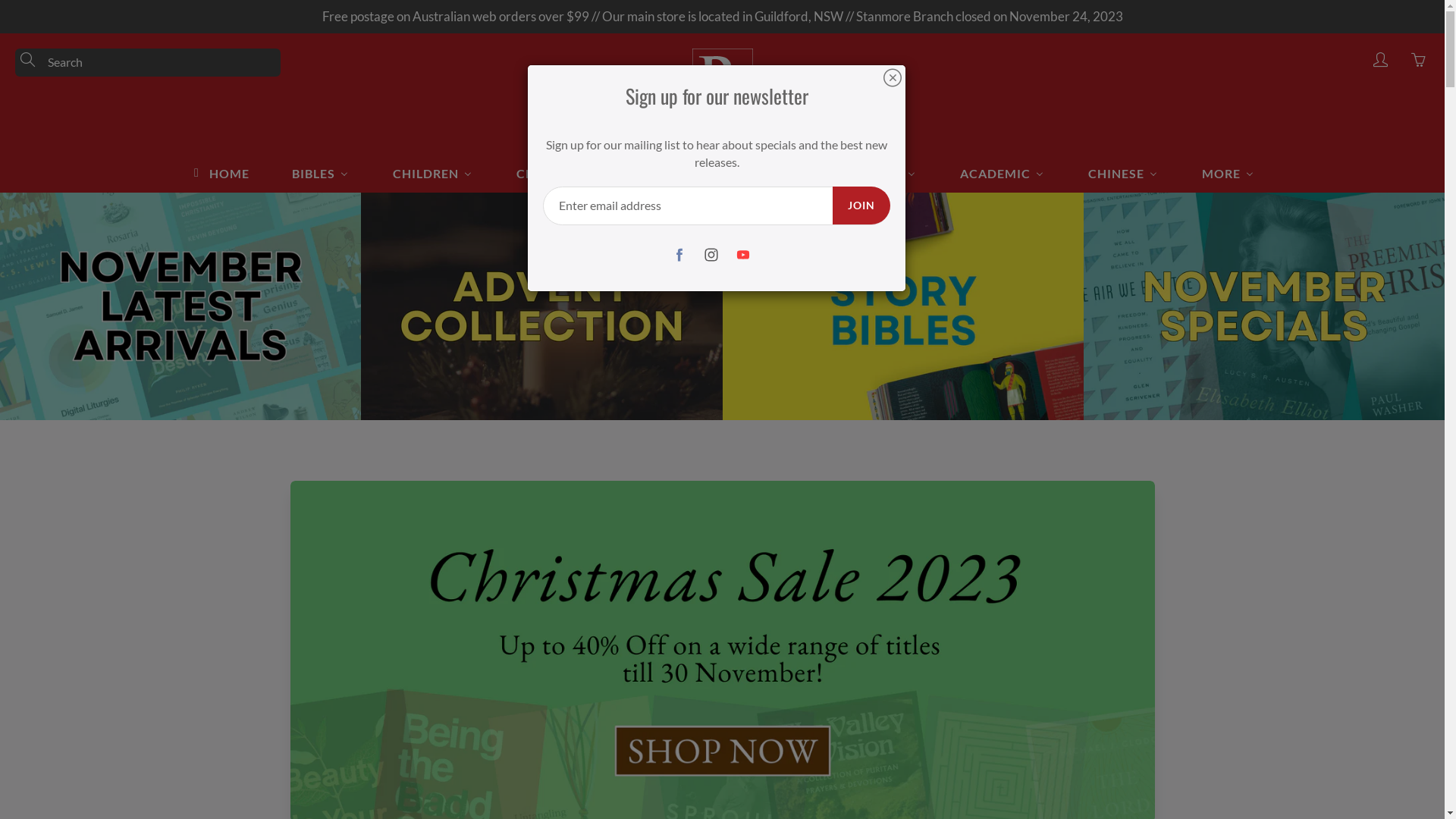  Describe the element at coordinates (937, 171) in the screenshot. I see `'ACADEMIC'` at that location.